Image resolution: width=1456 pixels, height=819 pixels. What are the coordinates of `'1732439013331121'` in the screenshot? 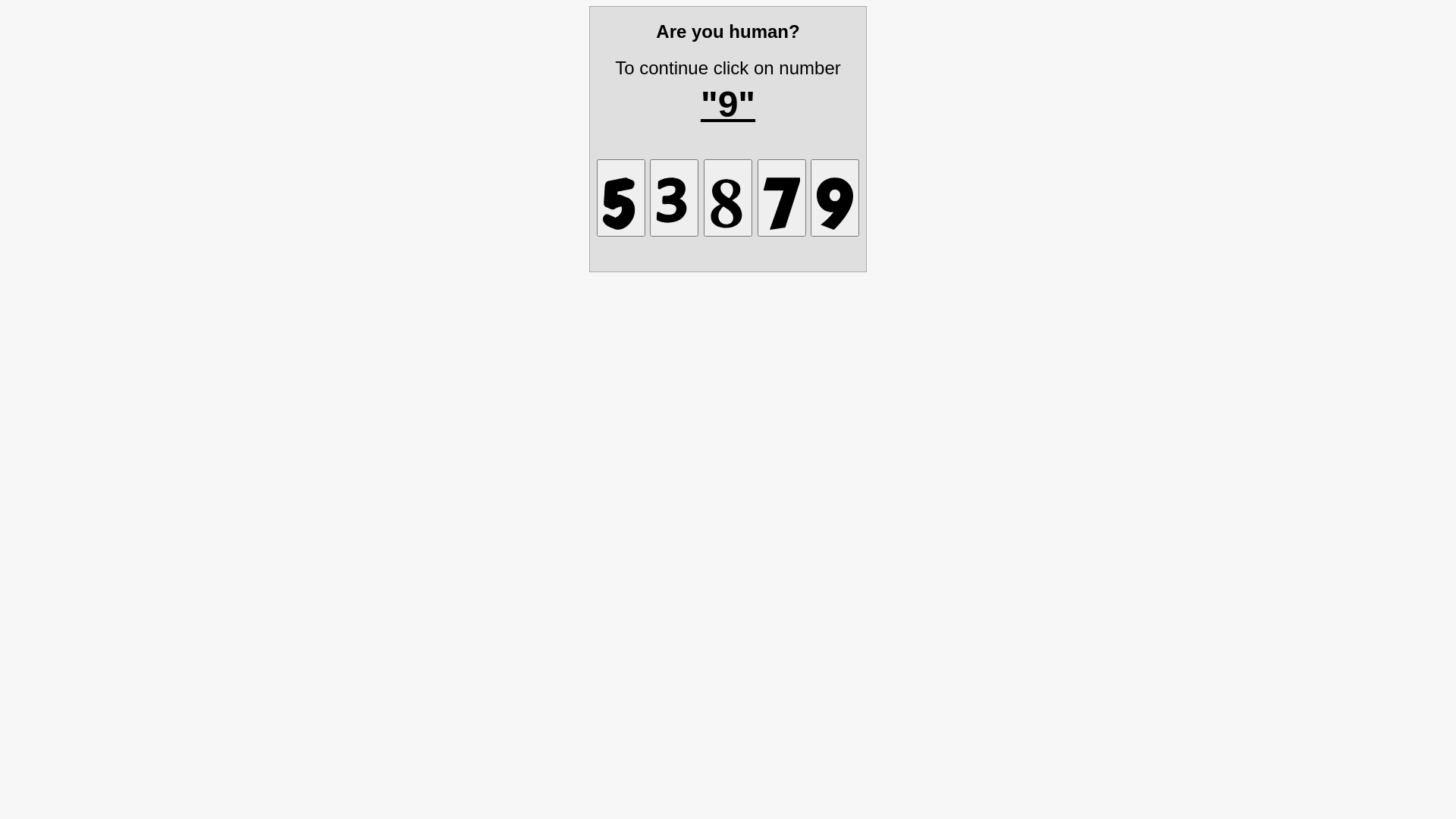 It's located at (673, 197).